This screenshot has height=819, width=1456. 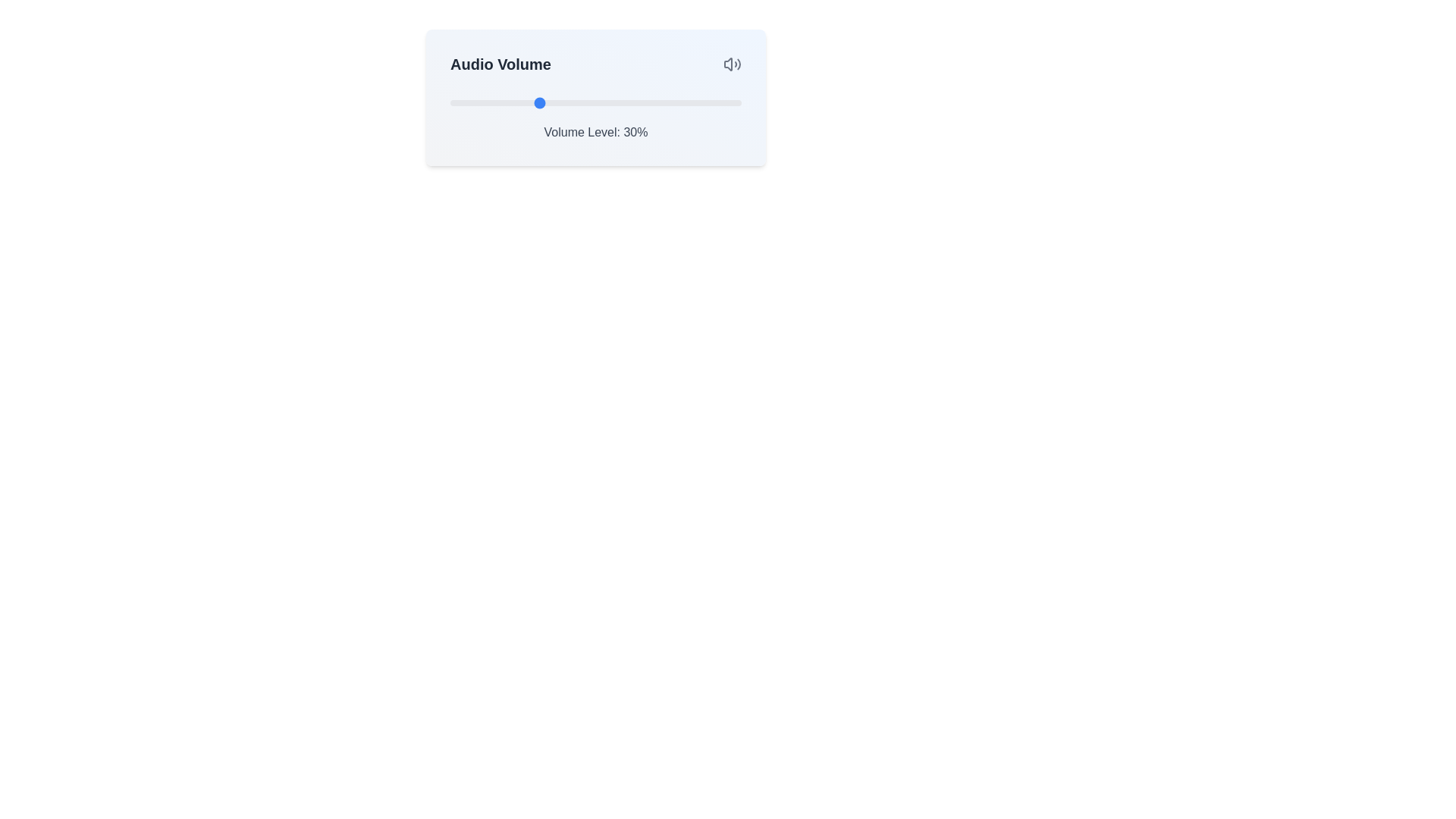 What do you see at coordinates (450, 102) in the screenshot?
I see `audio volume` at bounding box center [450, 102].